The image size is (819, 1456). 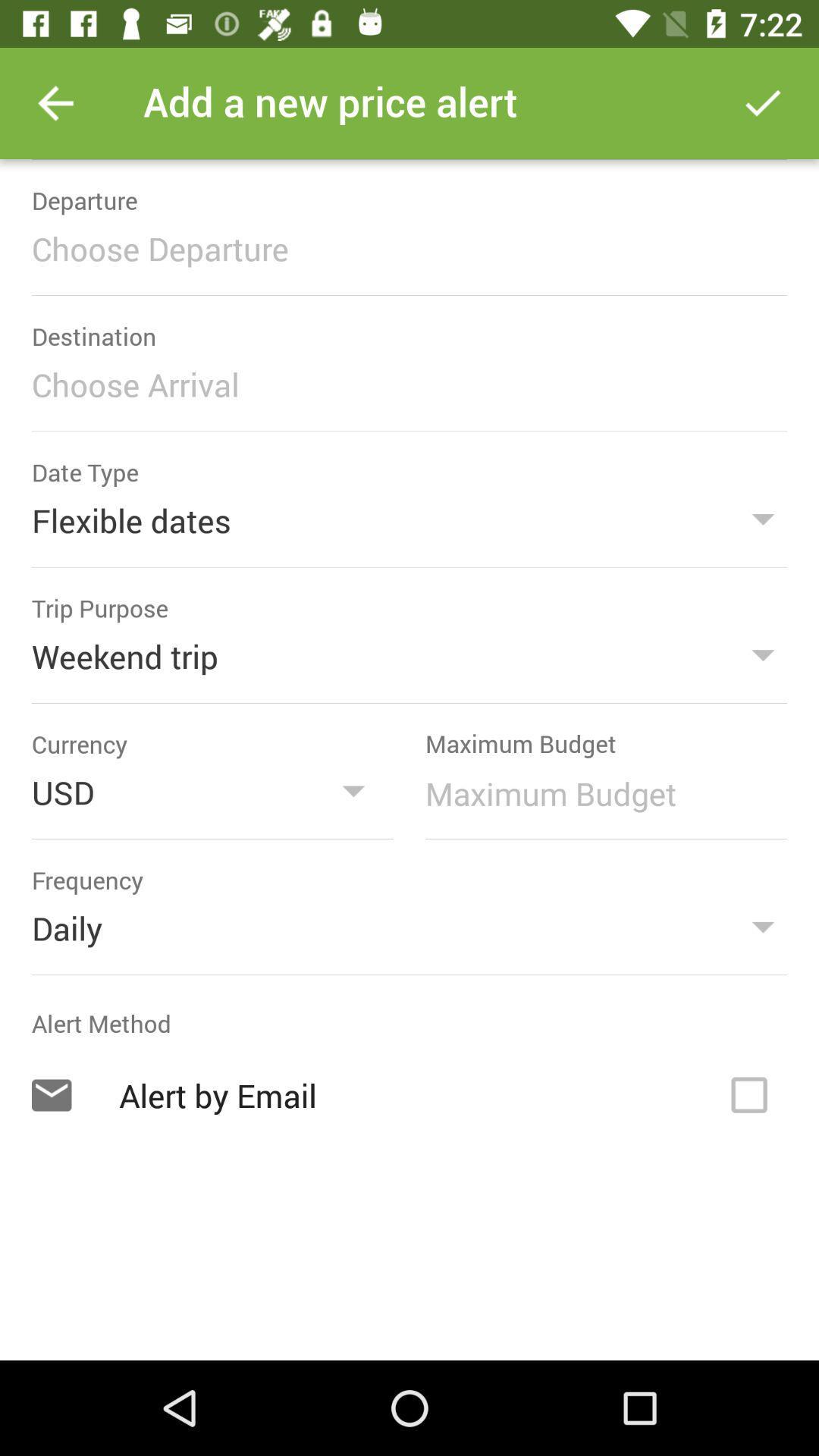 I want to click on the item at the top right corner, so click(x=763, y=102).